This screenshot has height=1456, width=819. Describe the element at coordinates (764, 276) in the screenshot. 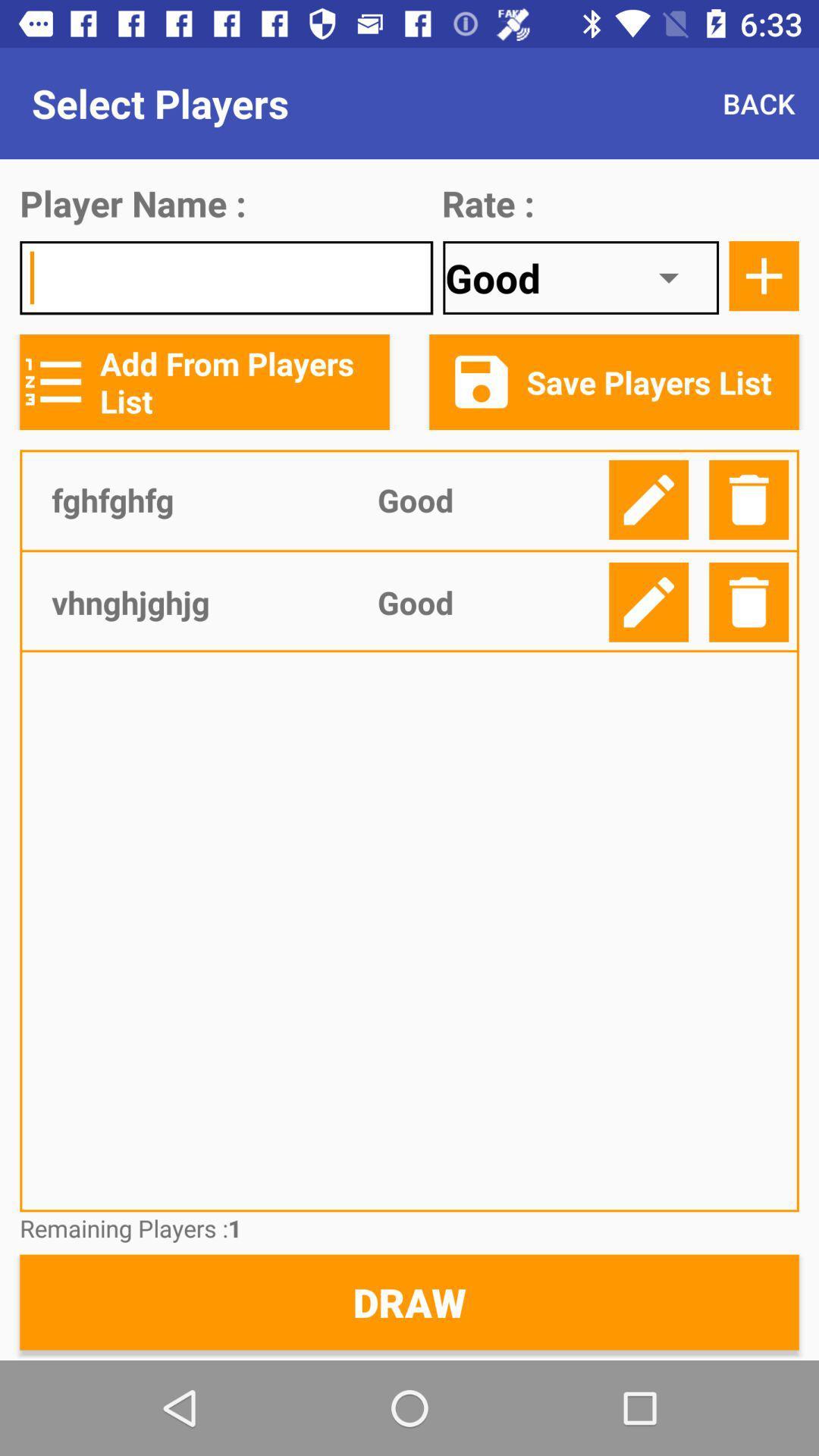

I see `the add icon` at that location.